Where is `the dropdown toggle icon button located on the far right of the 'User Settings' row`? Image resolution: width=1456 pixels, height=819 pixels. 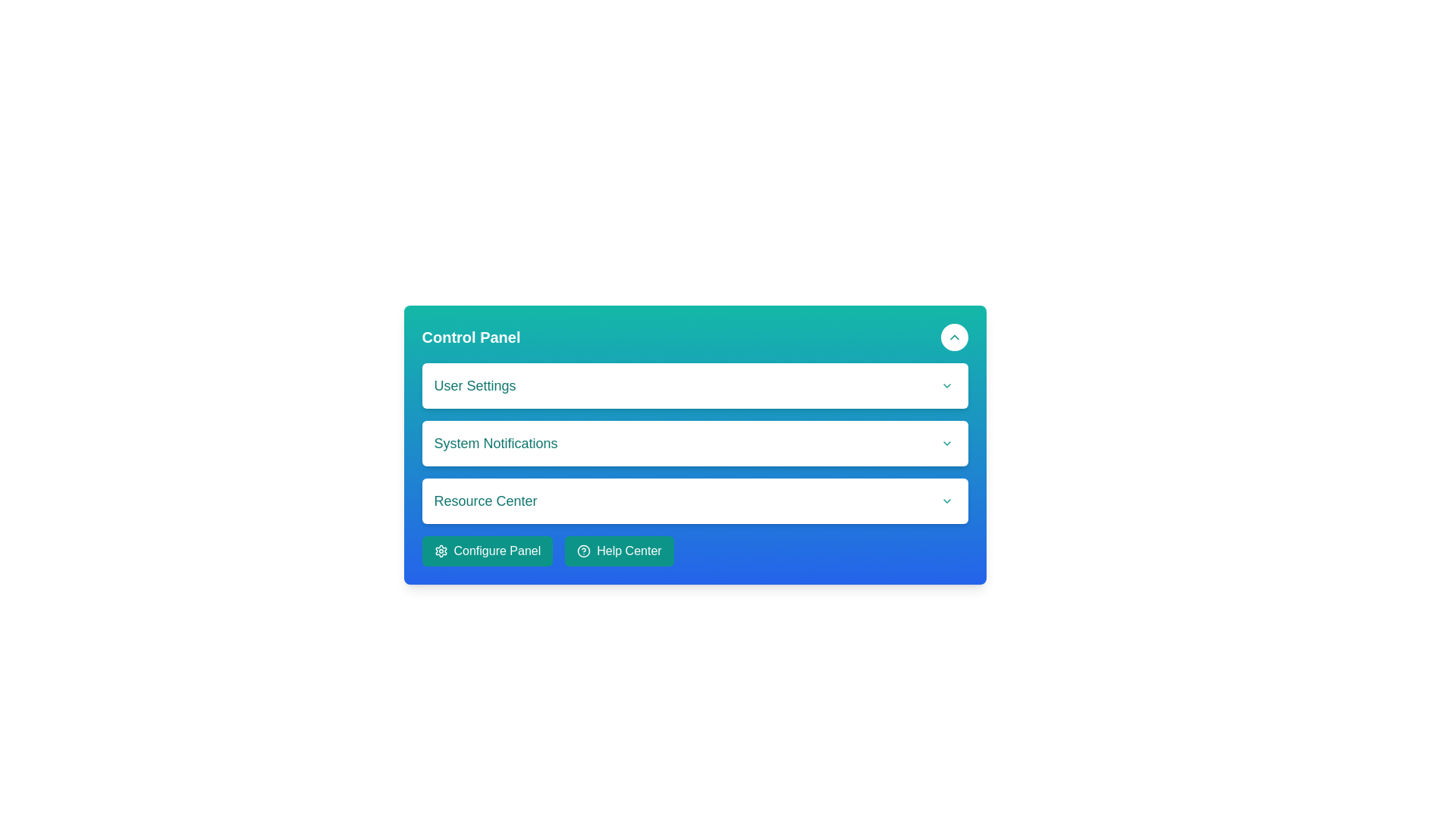 the dropdown toggle icon button located on the far right of the 'User Settings' row is located at coordinates (946, 385).